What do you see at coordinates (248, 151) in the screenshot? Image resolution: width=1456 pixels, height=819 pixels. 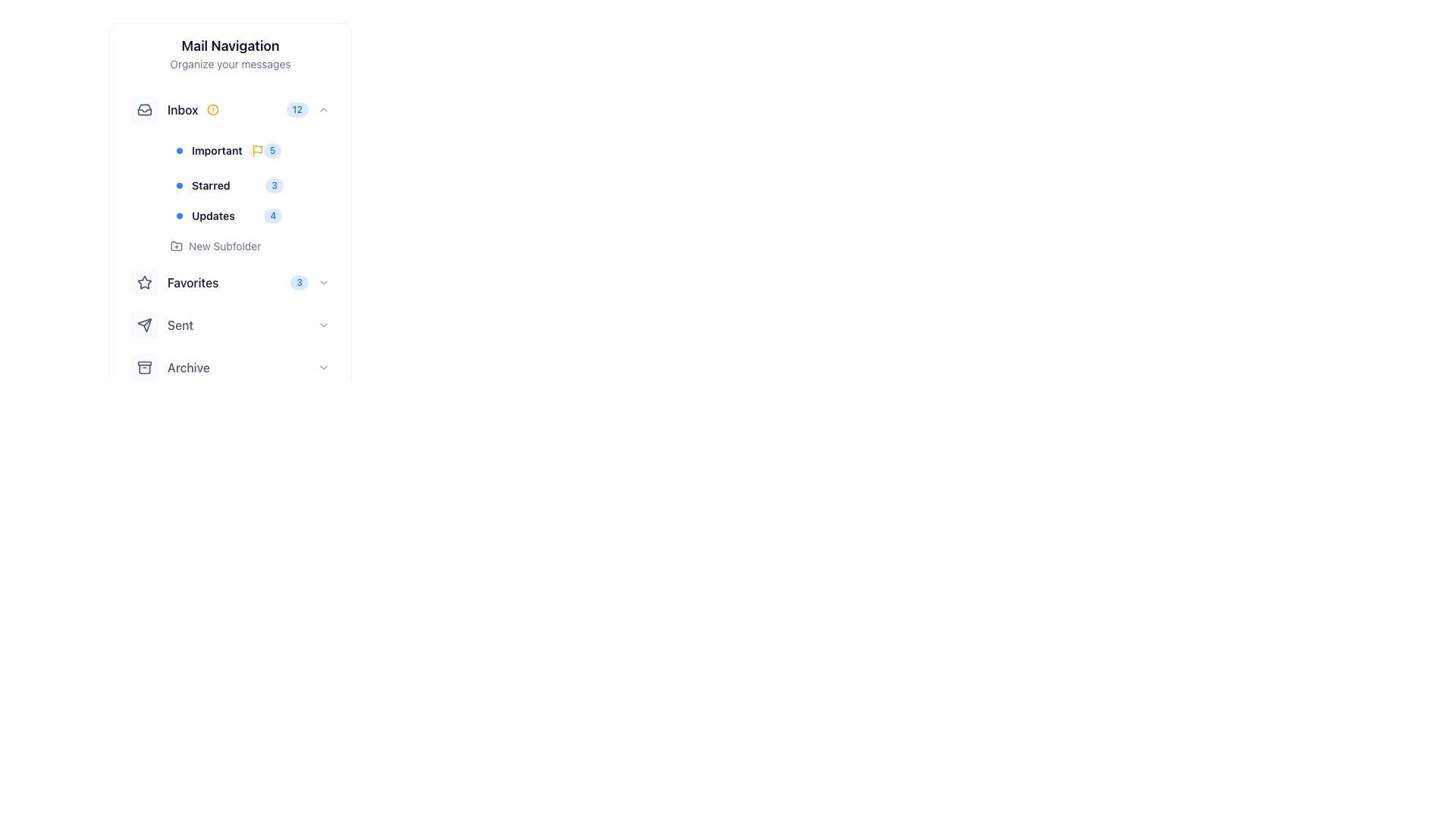 I see `the 'Important' sidebar item link, which features a blue round icon on the left, an amber flag icon in the middle, and a number badge with the value '5' on the right` at bounding box center [248, 151].